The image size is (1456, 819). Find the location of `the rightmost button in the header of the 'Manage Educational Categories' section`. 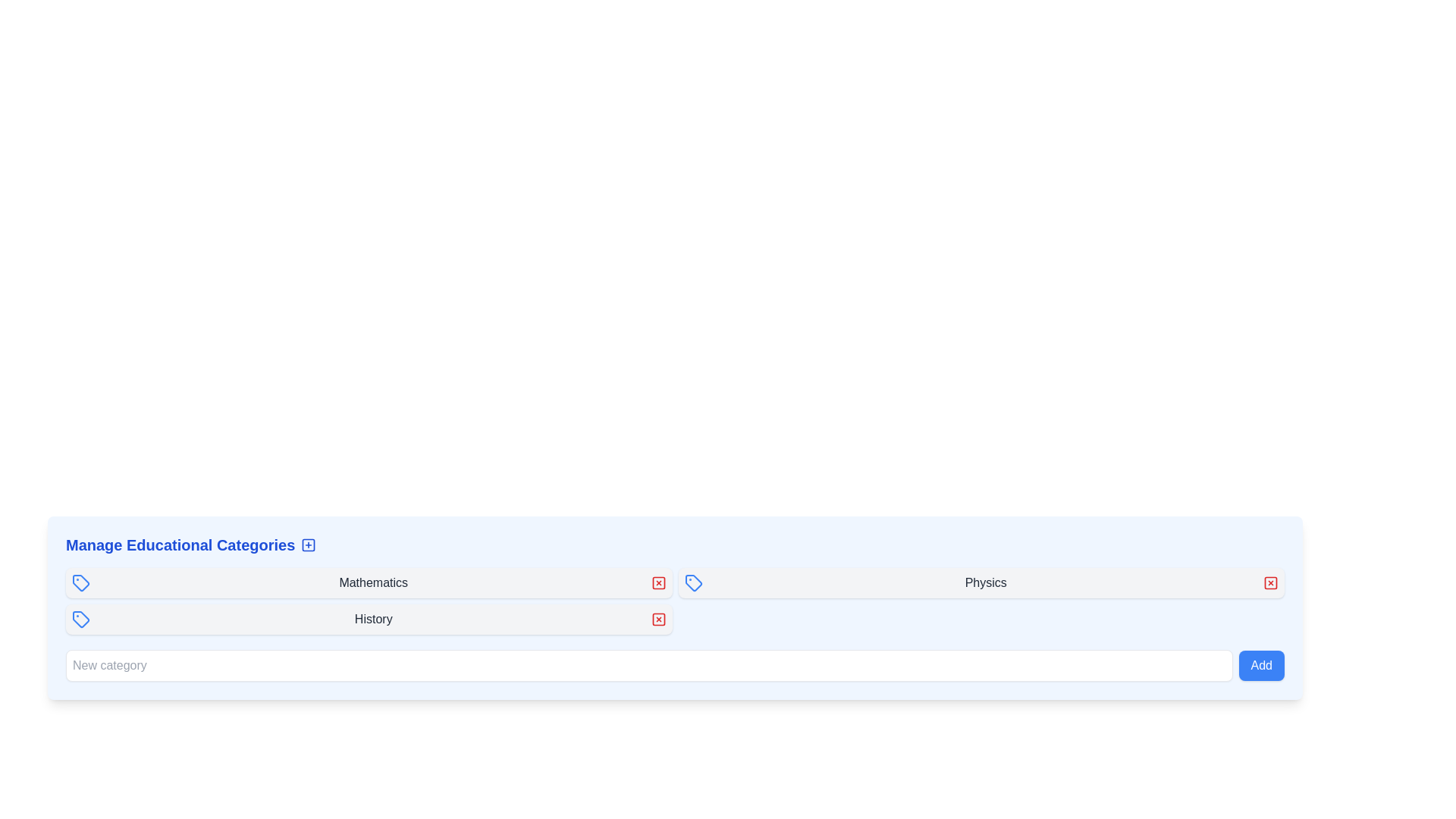

the rightmost button in the header of the 'Manage Educational Categories' section is located at coordinates (308, 544).